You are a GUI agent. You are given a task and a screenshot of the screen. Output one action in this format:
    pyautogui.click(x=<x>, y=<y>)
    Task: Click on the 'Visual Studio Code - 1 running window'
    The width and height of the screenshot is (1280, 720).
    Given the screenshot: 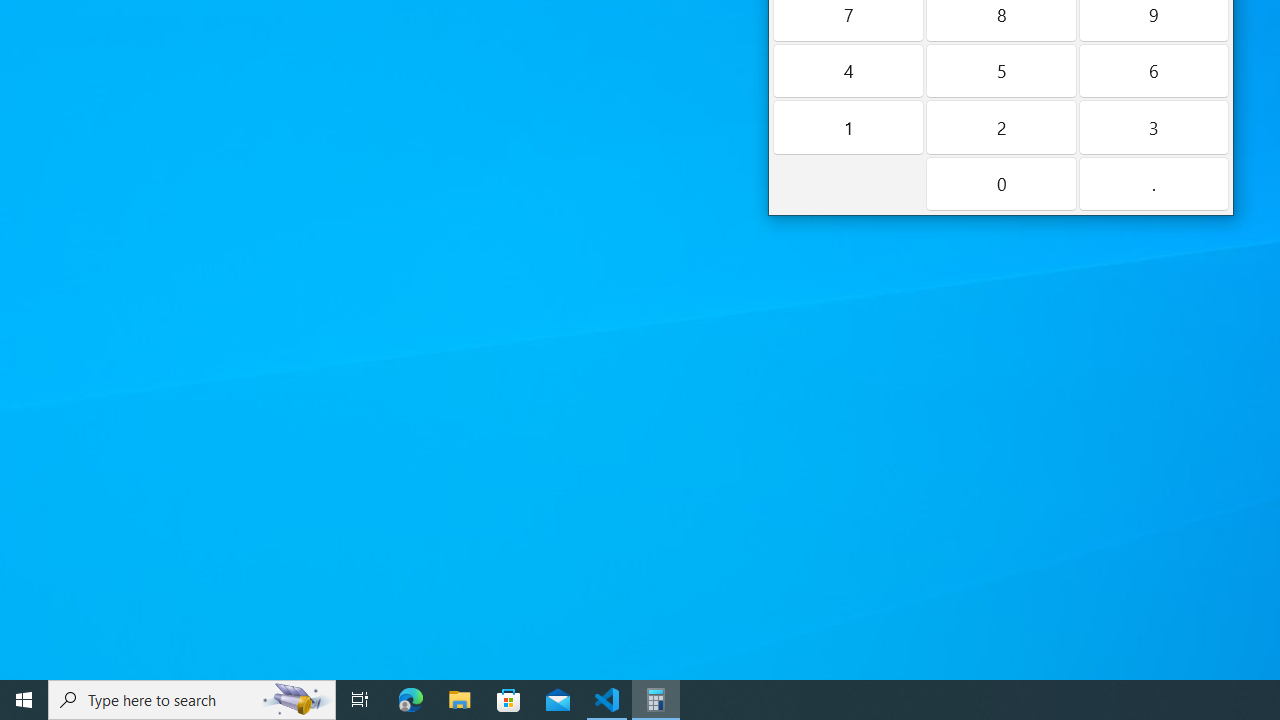 What is the action you would take?
    pyautogui.click(x=606, y=698)
    